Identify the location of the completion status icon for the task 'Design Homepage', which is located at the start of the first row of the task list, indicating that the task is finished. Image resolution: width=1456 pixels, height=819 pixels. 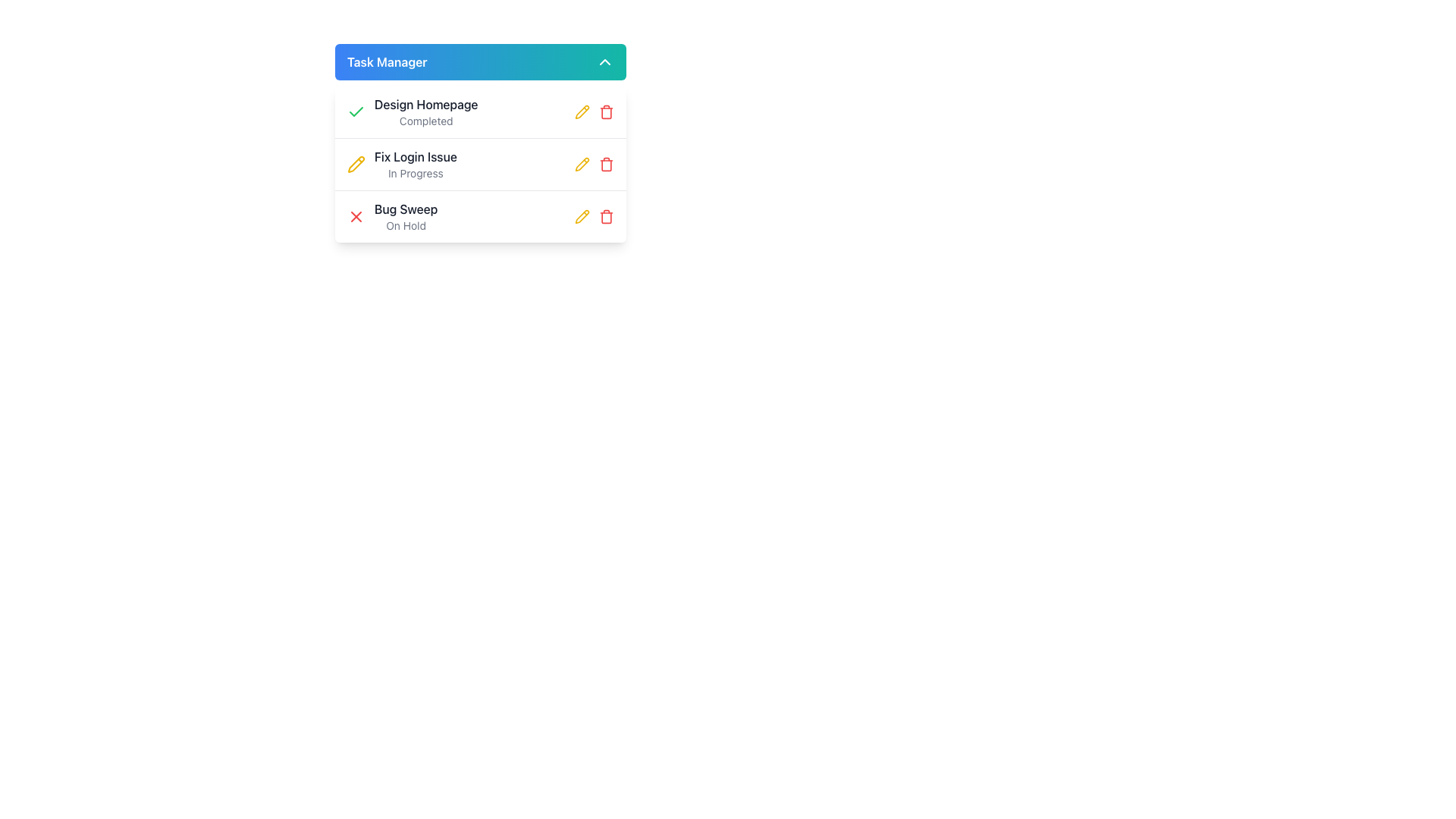
(356, 111).